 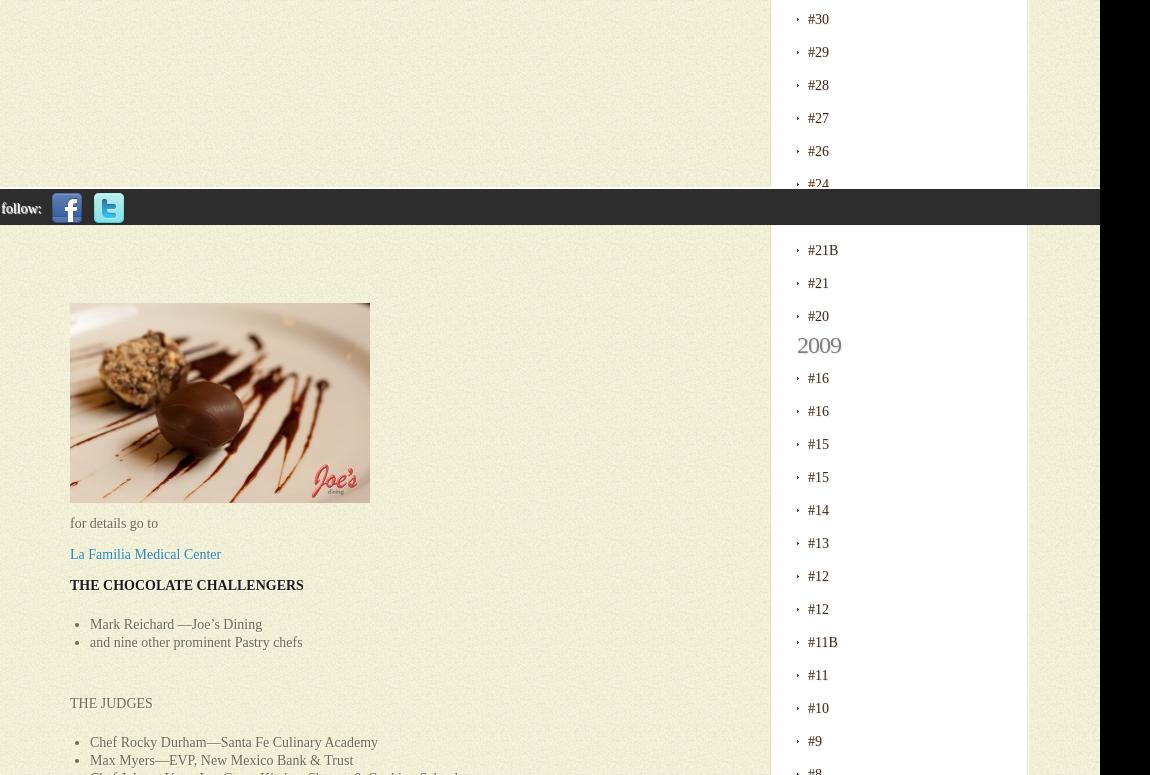 I want to click on '#10', so click(x=817, y=708).